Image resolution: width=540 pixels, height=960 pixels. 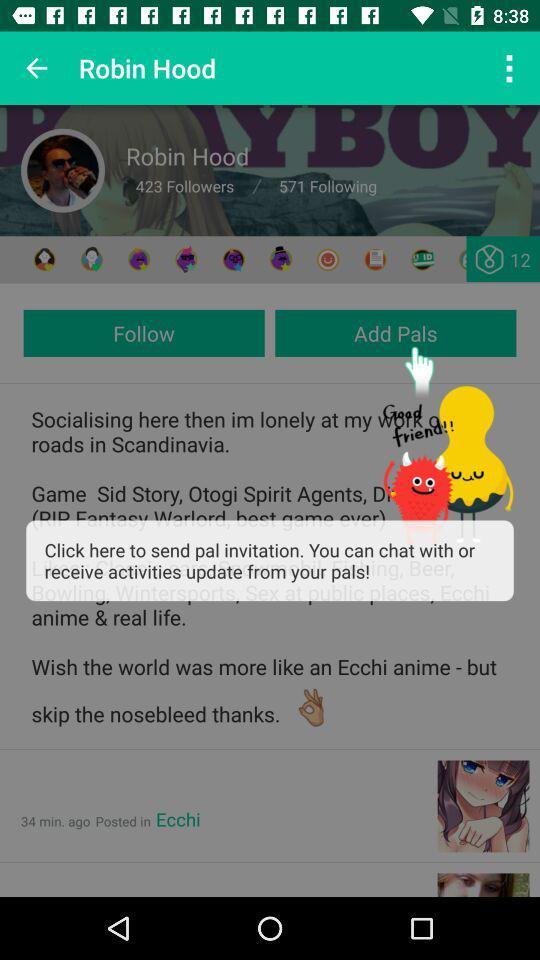 What do you see at coordinates (63, 169) in the screenshot?
I see `persons profile` at bounding box center [63, 169].